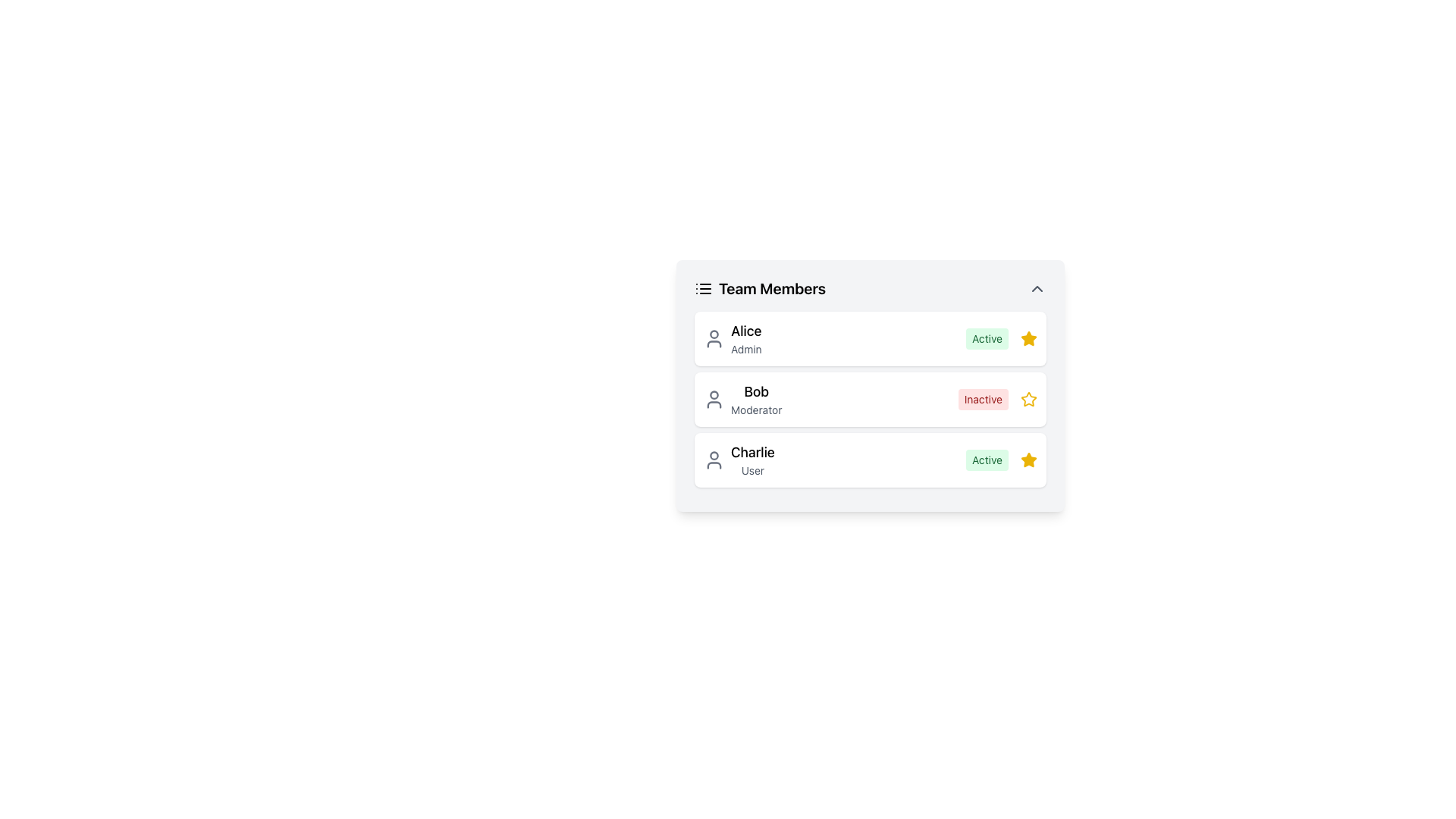 This screenshot has width=1456, height=819. What do you see at coordinates (713, 333) in the screenshot?
I see `the decorative circle element of user profile icon for Alice, located in the 'Team Members' section, positioned to the left of the text 'Alice'` at bounding box center [713, 333].